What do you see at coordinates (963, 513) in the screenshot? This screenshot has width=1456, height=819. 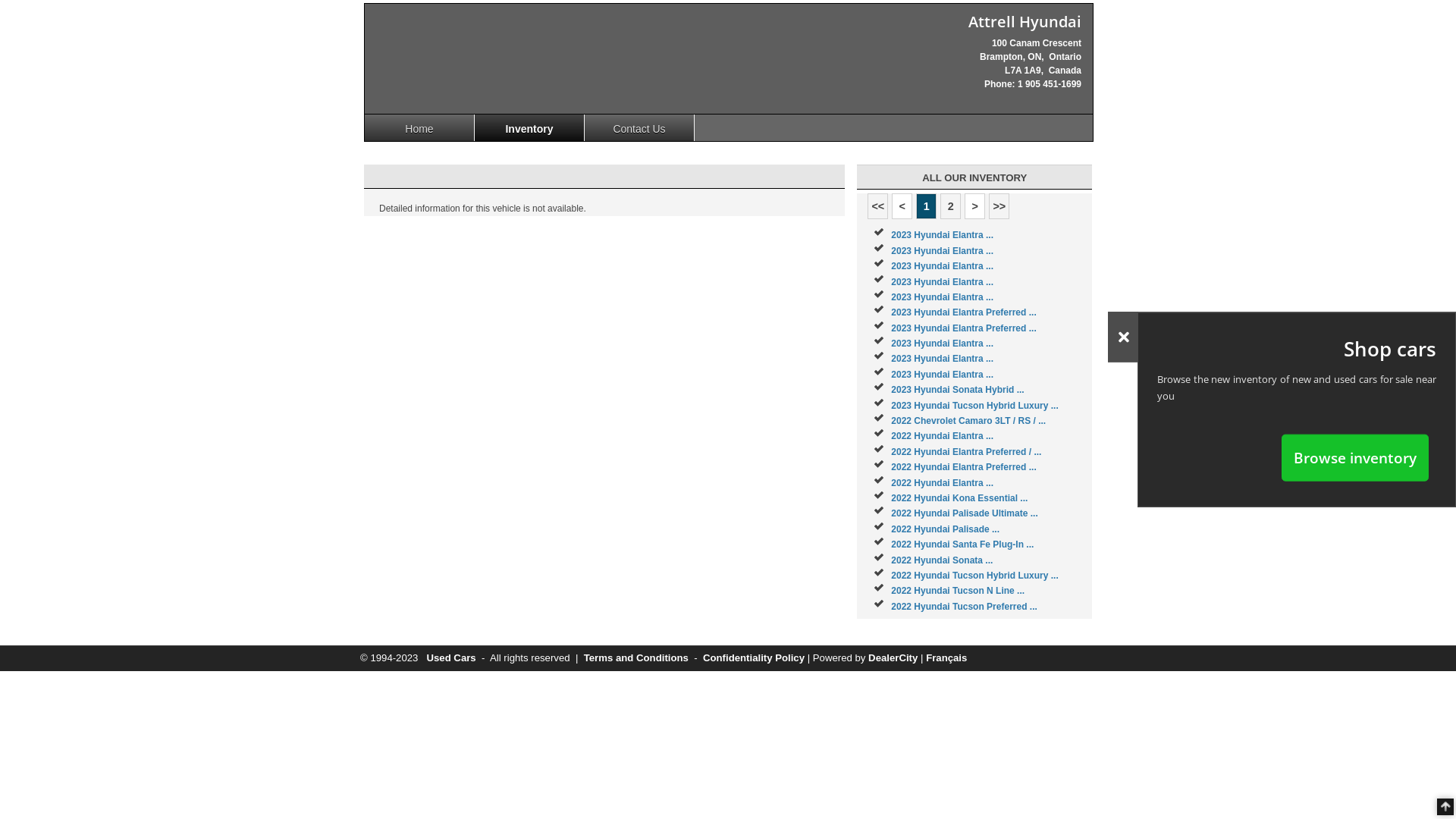 I see `'2022 Hyundai Palisade Ultimate ...'` at bounding box center [963, 513].